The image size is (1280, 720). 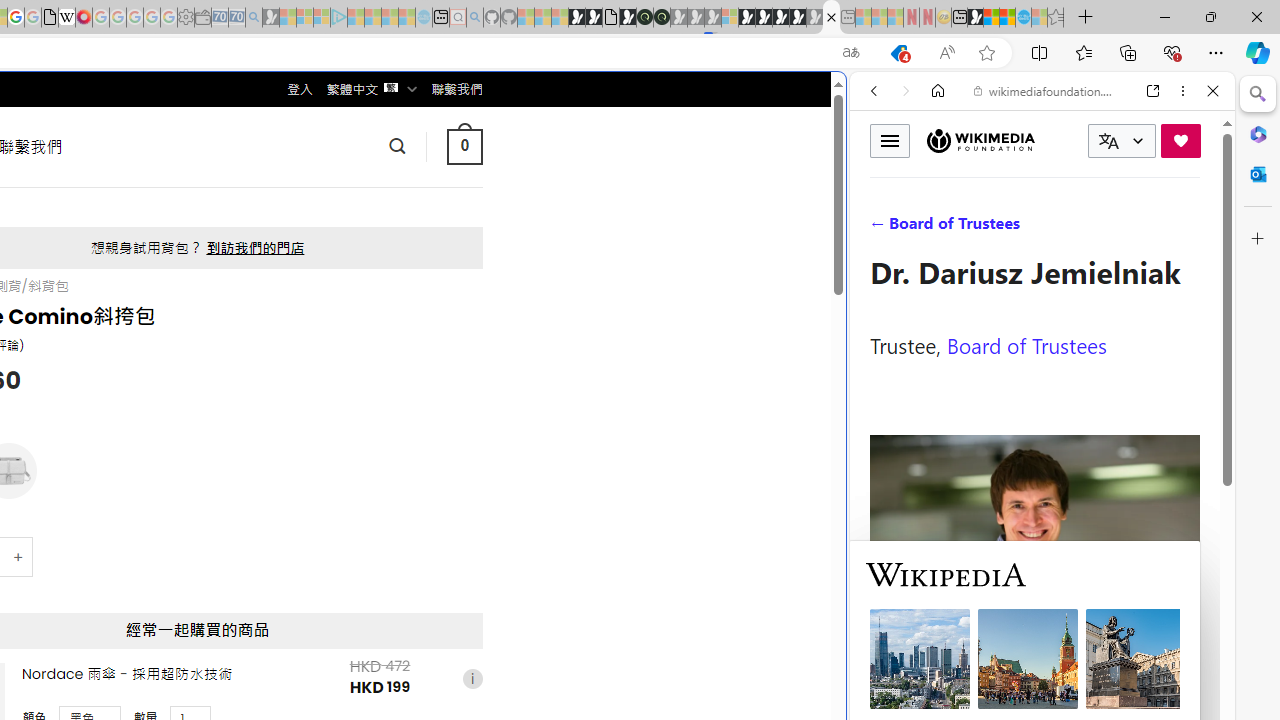 What do you see at coordinates (661, 17) in the screenshot?
I see `'Future Focus Report 2024'` at bounding box center [661, 17].